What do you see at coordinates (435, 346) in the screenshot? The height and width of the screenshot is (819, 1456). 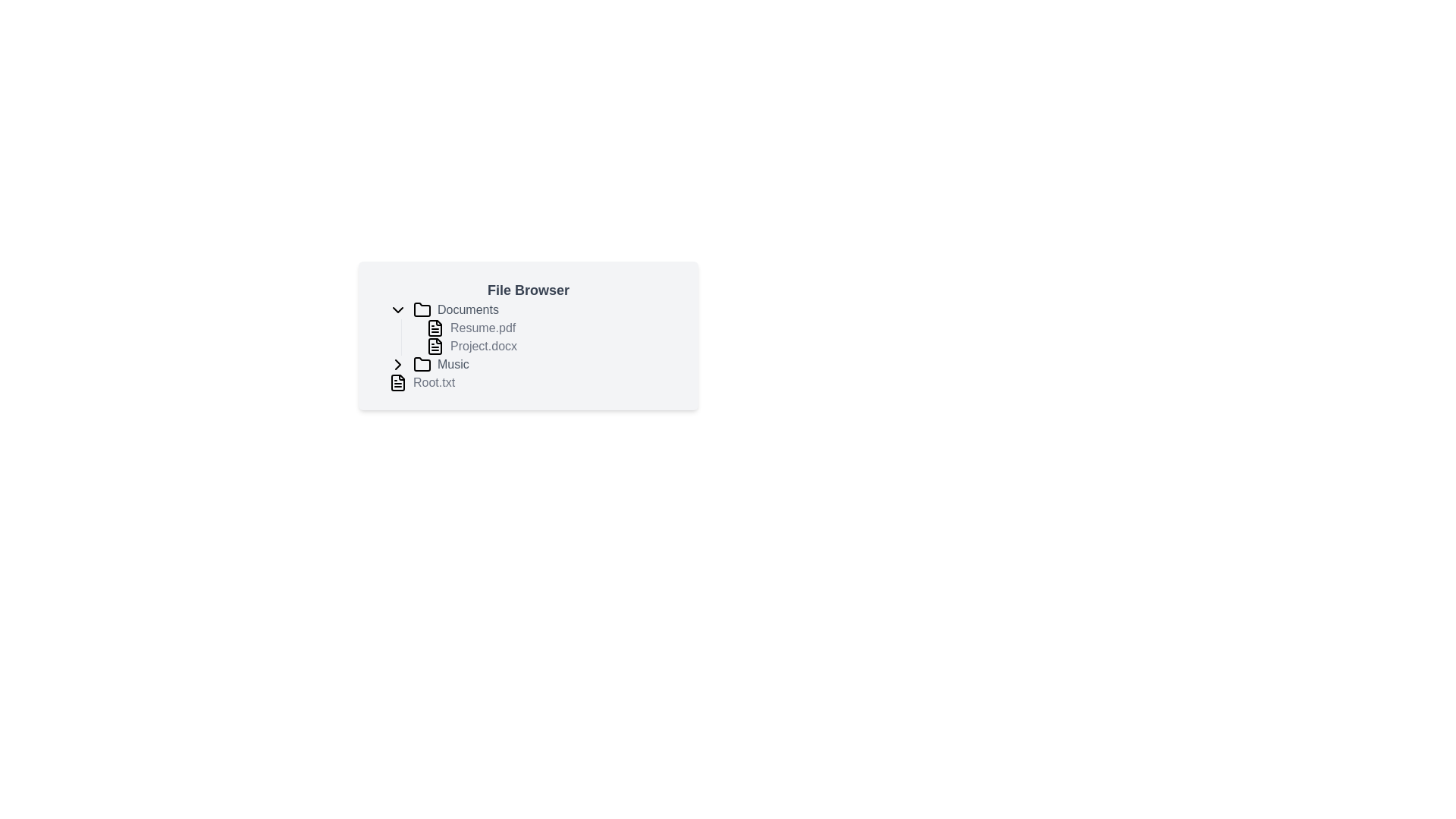 I see `the document file icon representing 'Project.docx' in the 'File Browser' component, which is the first icon in the horizontal grouping next to its label` at bounding box center [435, 346].